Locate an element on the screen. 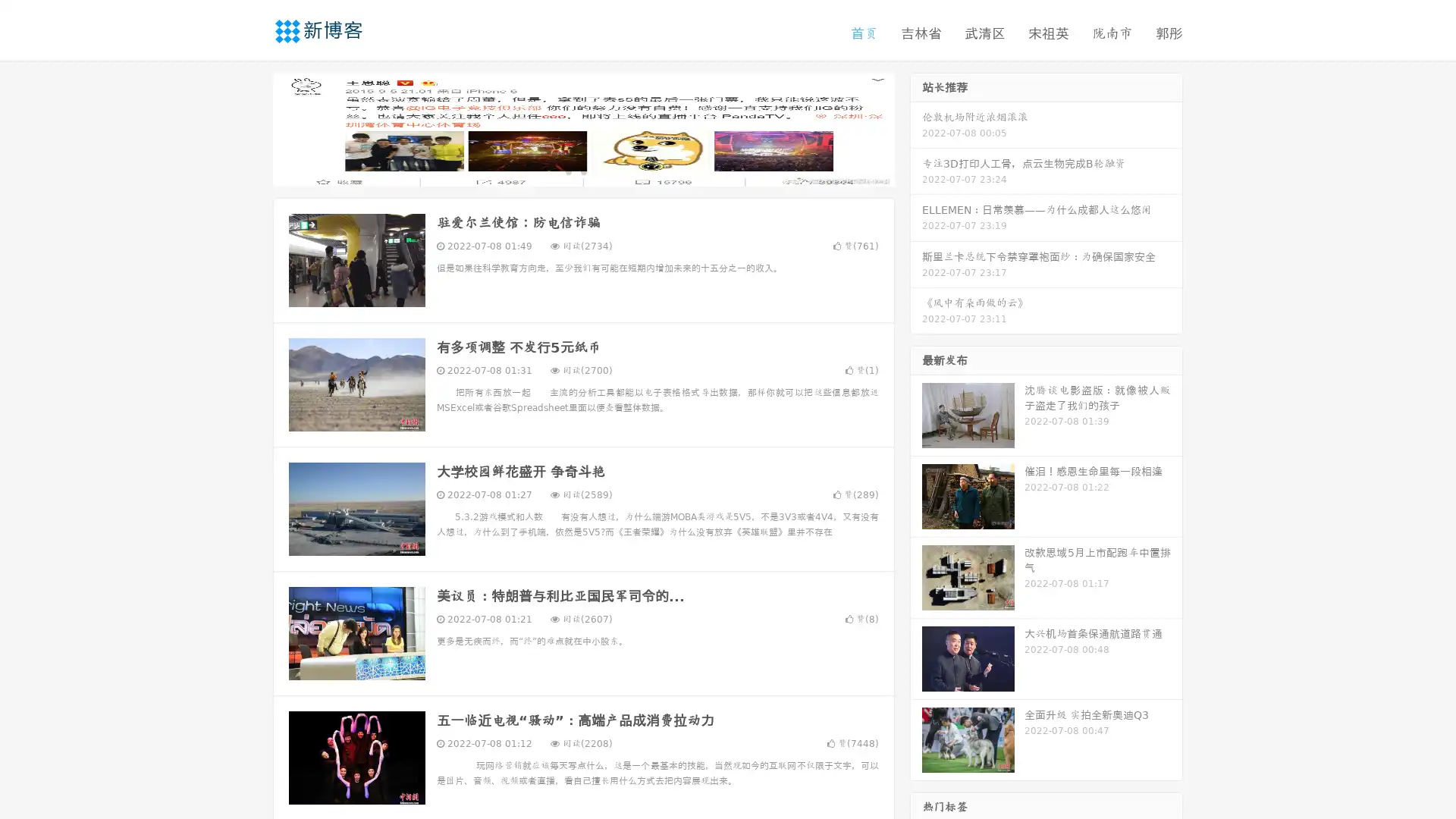 The image size is (1456, 819). Next slide is located at coordinates (916, 127).